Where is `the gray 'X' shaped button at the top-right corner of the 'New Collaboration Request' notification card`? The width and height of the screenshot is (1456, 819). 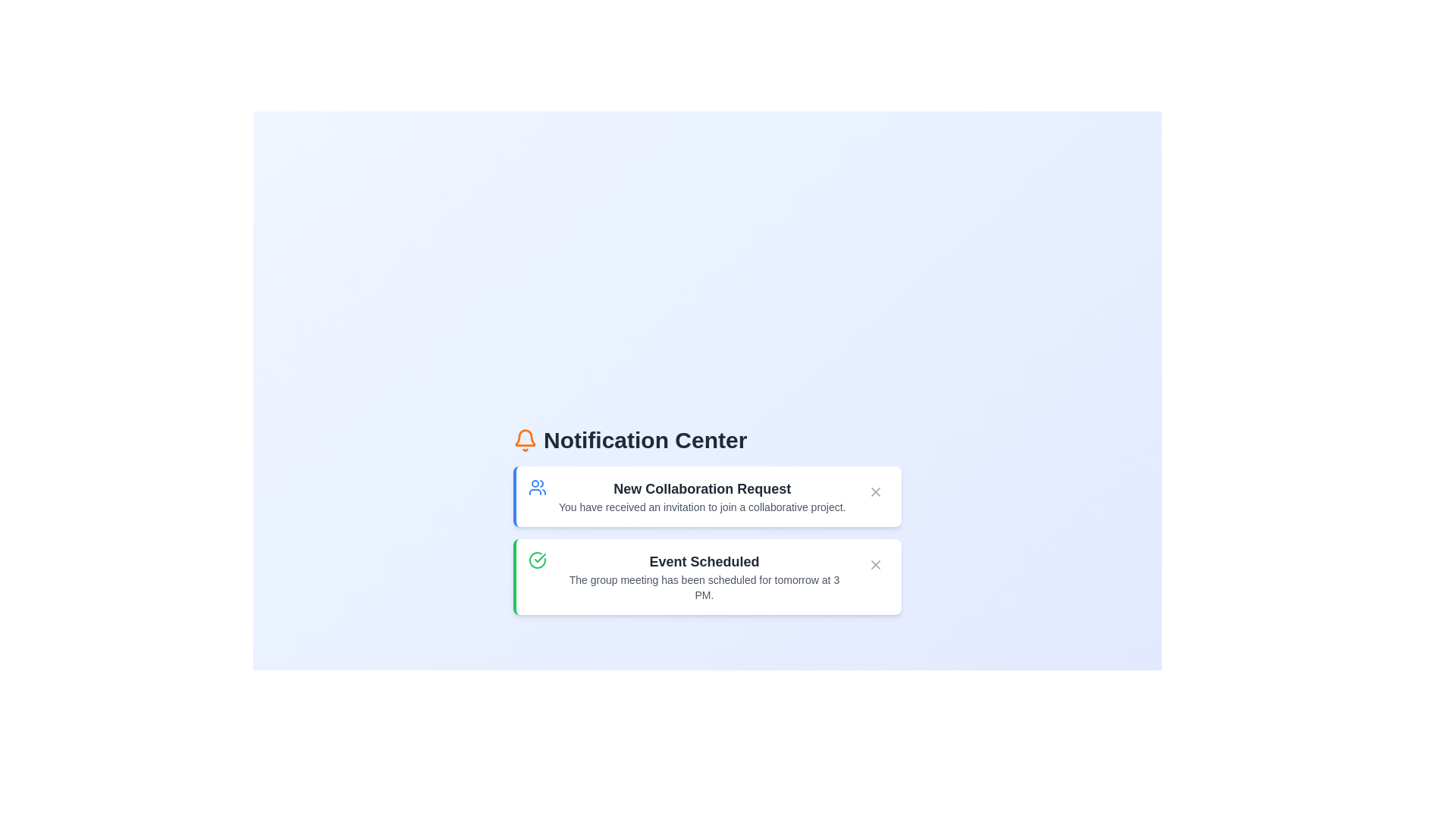 the gray 'X' shaped button at the top-right corner of the 'New Collaboration Request' notification card is located at coordinates (876, 491).